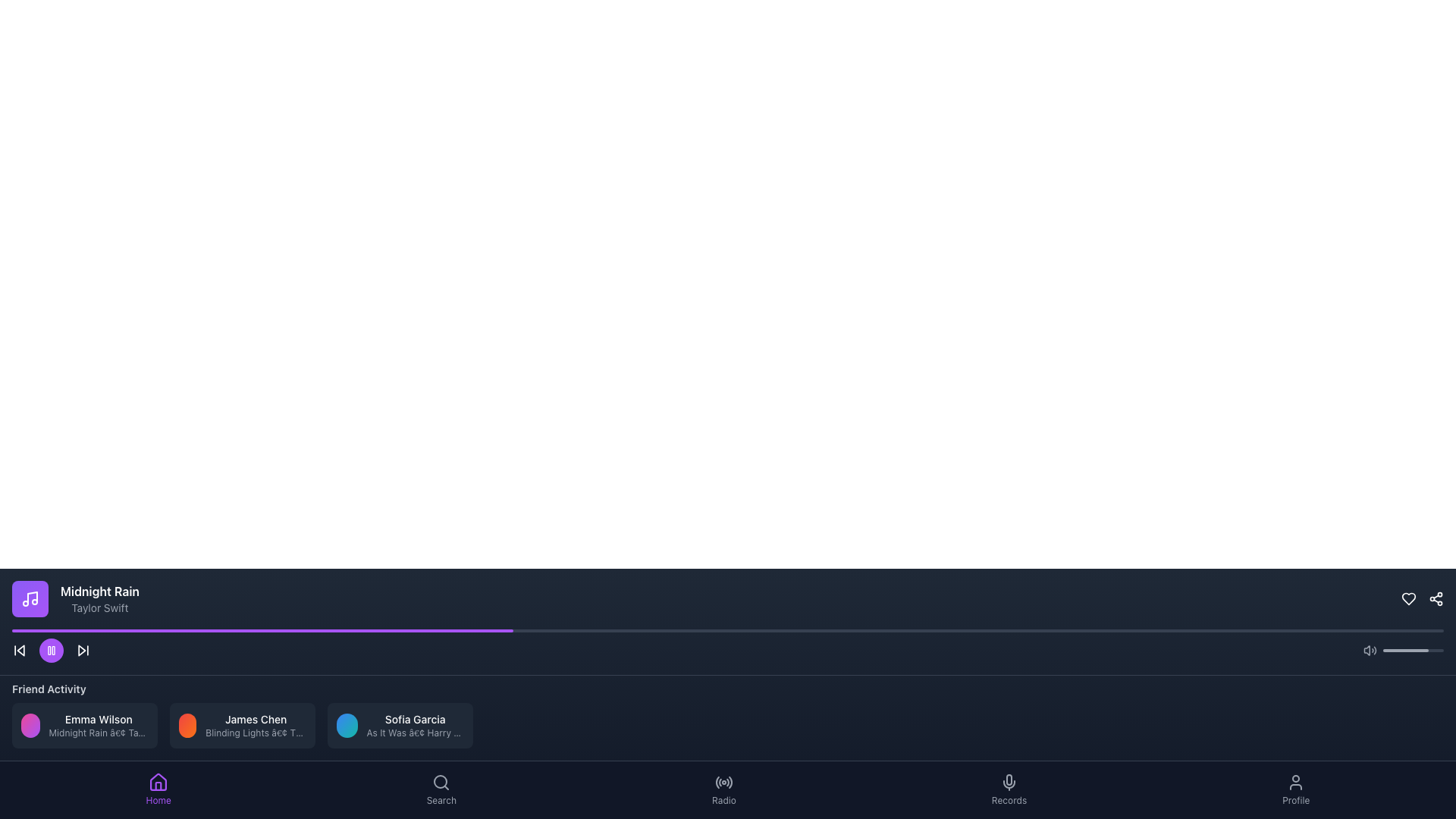 The height and width of the screenshot is (819, 1456). Describe the element at coordinates (51, 649) in the screenshot. I see `the play/pause toggle button located between the back-skip and forward-skip buttons` at that location.